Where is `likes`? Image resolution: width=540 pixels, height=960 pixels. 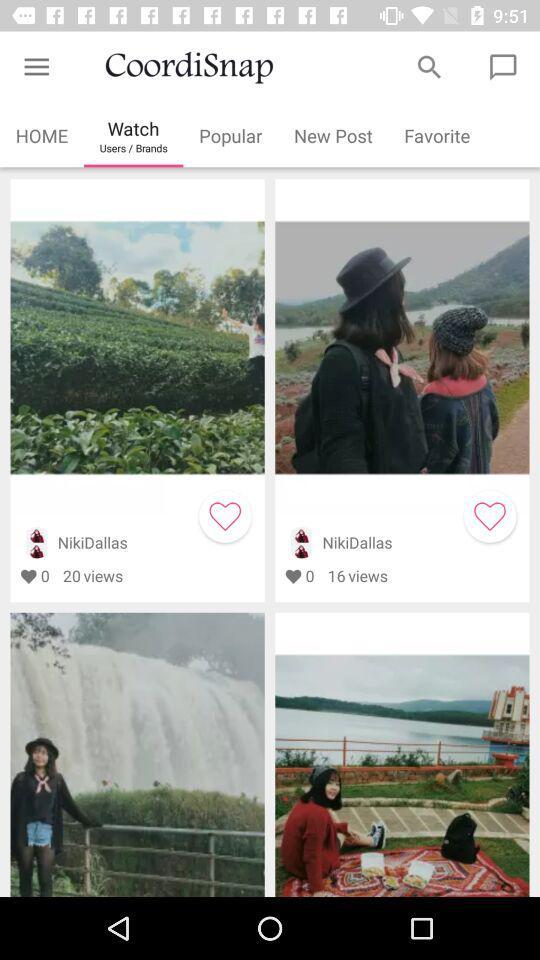
likes is located at coordinates (224, 515).